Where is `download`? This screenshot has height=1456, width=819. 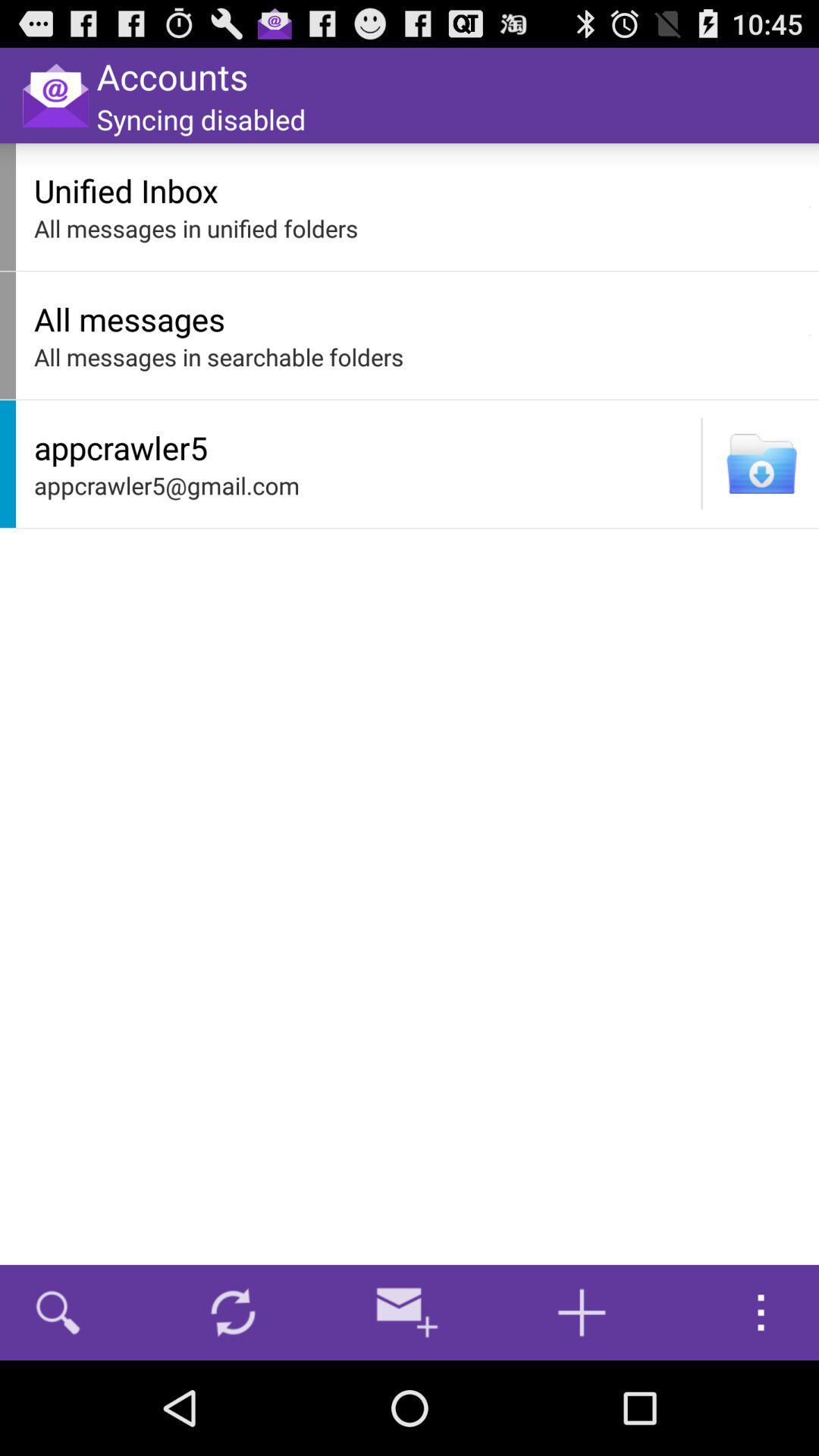 download is located at coordinates (761, 463).